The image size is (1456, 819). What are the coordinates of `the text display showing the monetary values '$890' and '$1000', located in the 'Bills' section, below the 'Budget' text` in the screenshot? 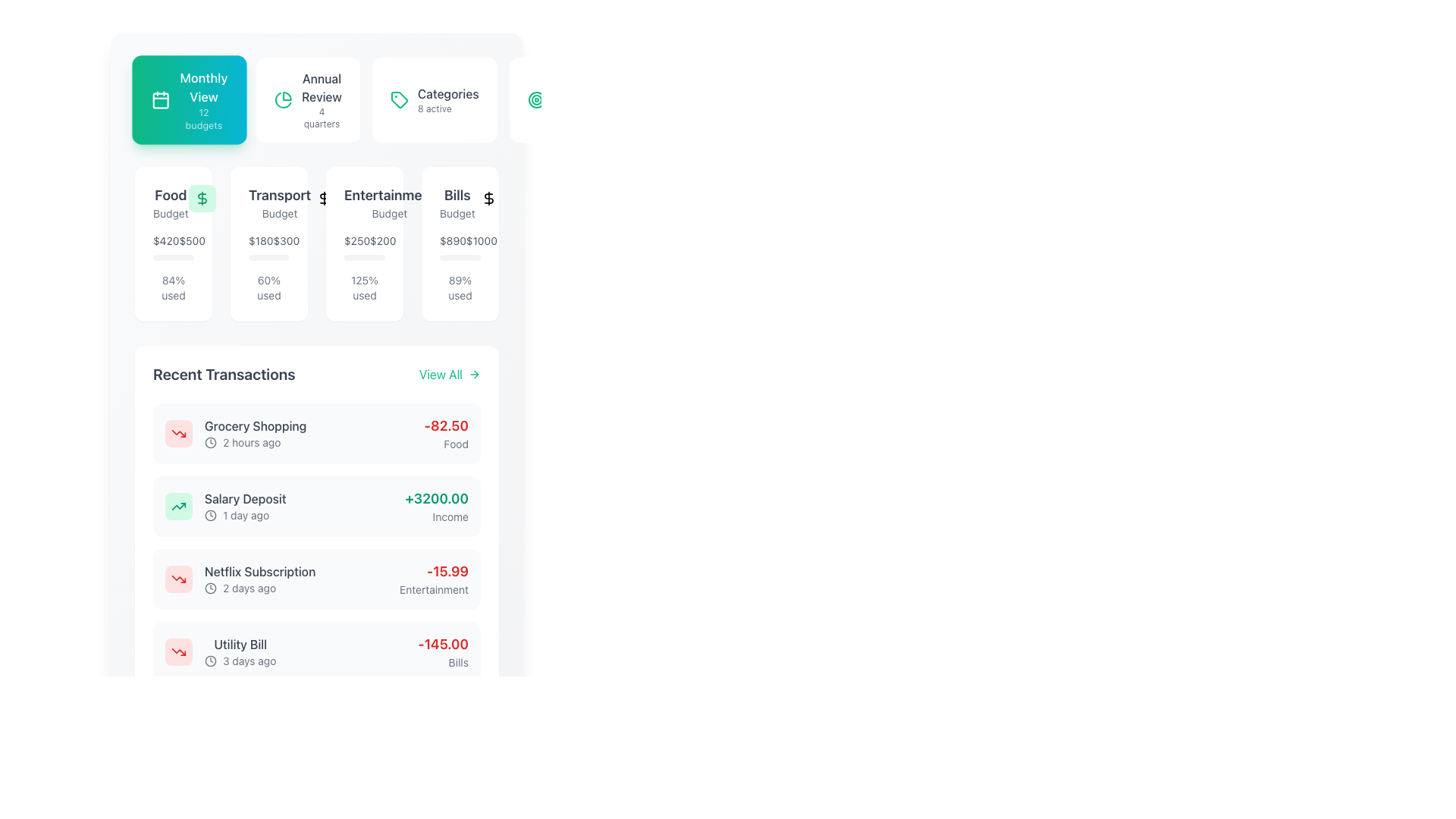 It's located at (459, 246).